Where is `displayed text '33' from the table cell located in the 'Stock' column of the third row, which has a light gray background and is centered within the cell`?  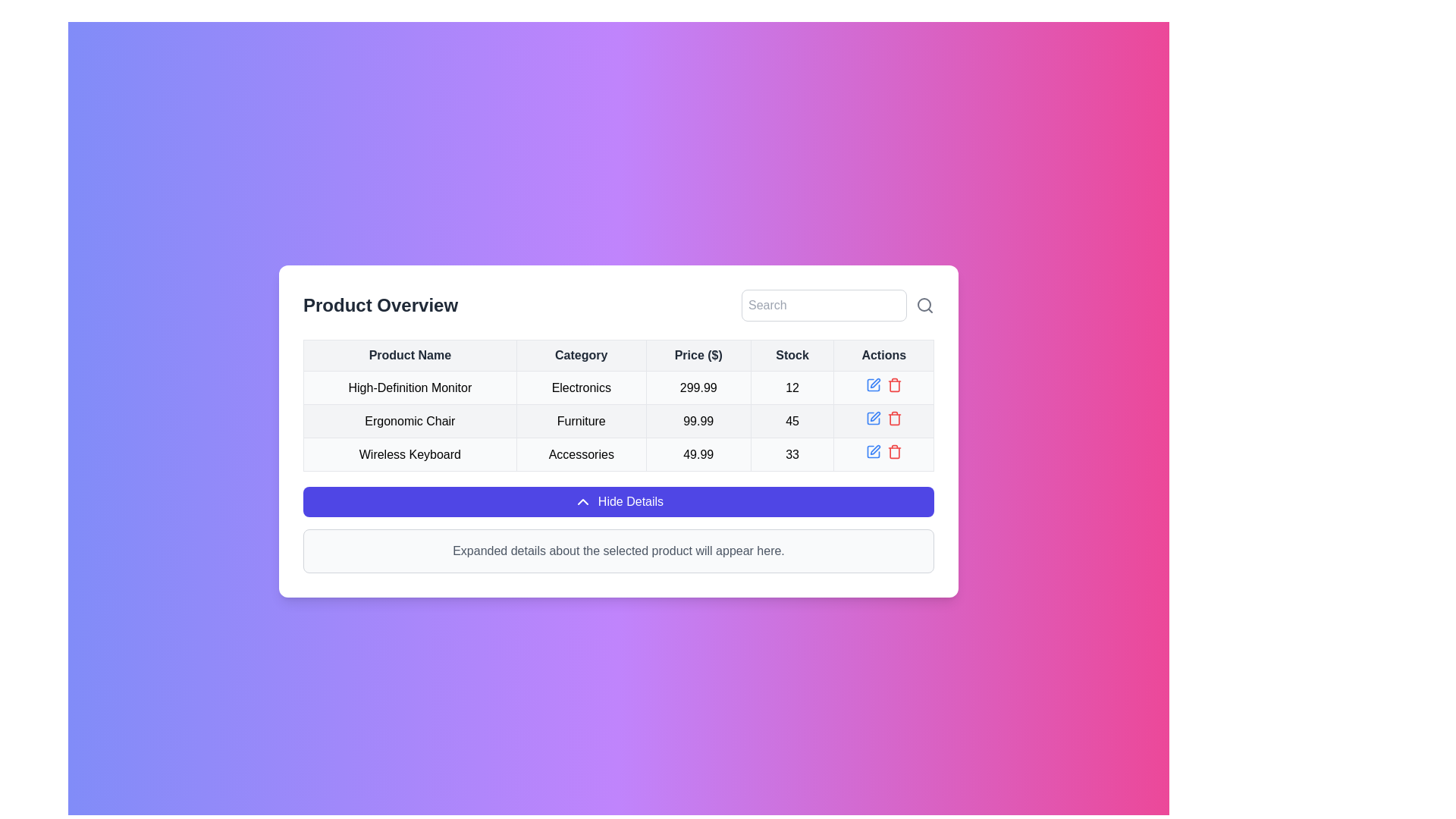
displayed text '33' from the table cell located in the 'Stock' column of the third row, which has a light gray background and is centered within the cell is located at coordinates (792, 453).